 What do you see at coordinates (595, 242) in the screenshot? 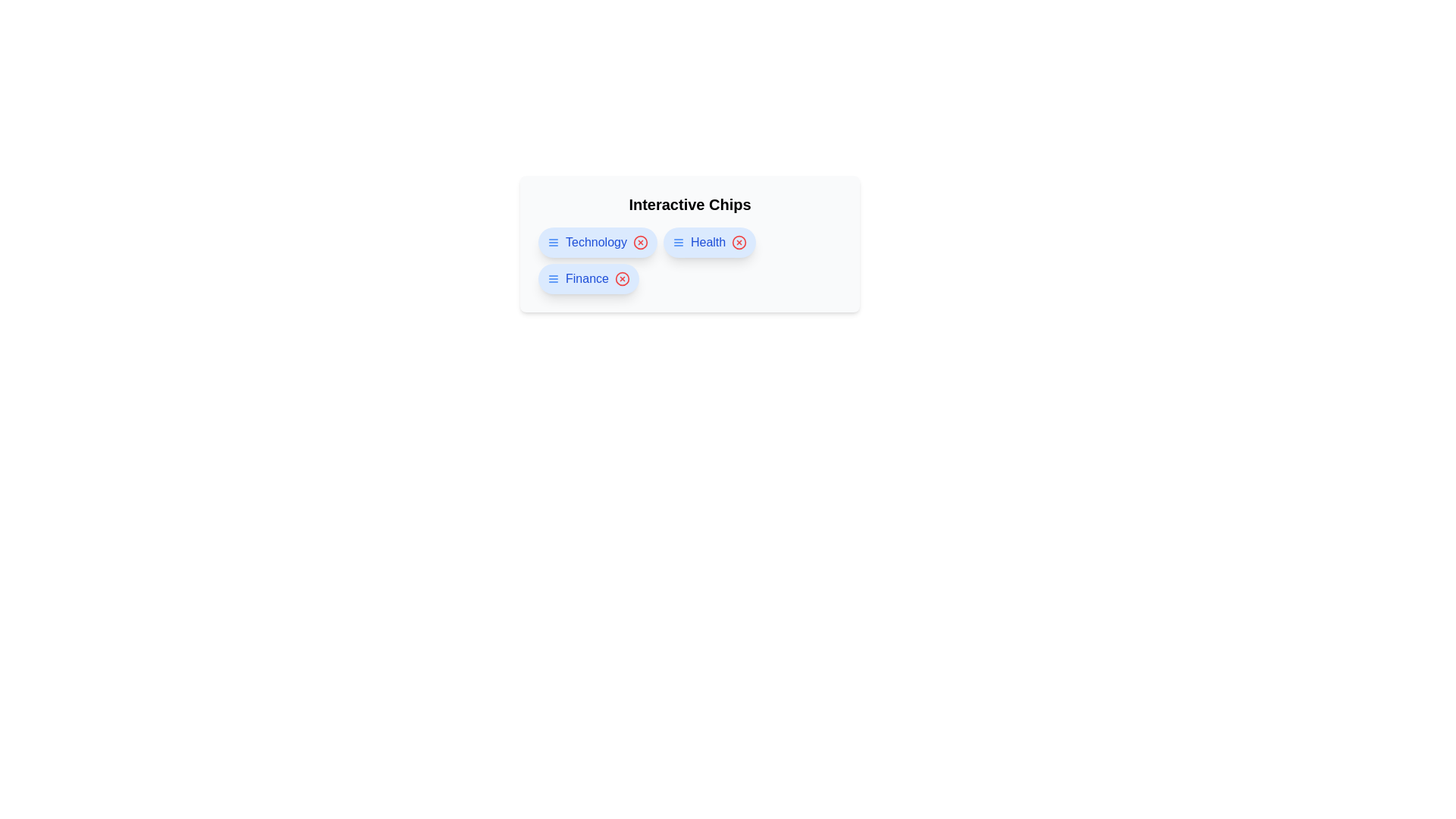
I see `the chip labeled Technology to navigate to its link` at bounding box center [595, 242].